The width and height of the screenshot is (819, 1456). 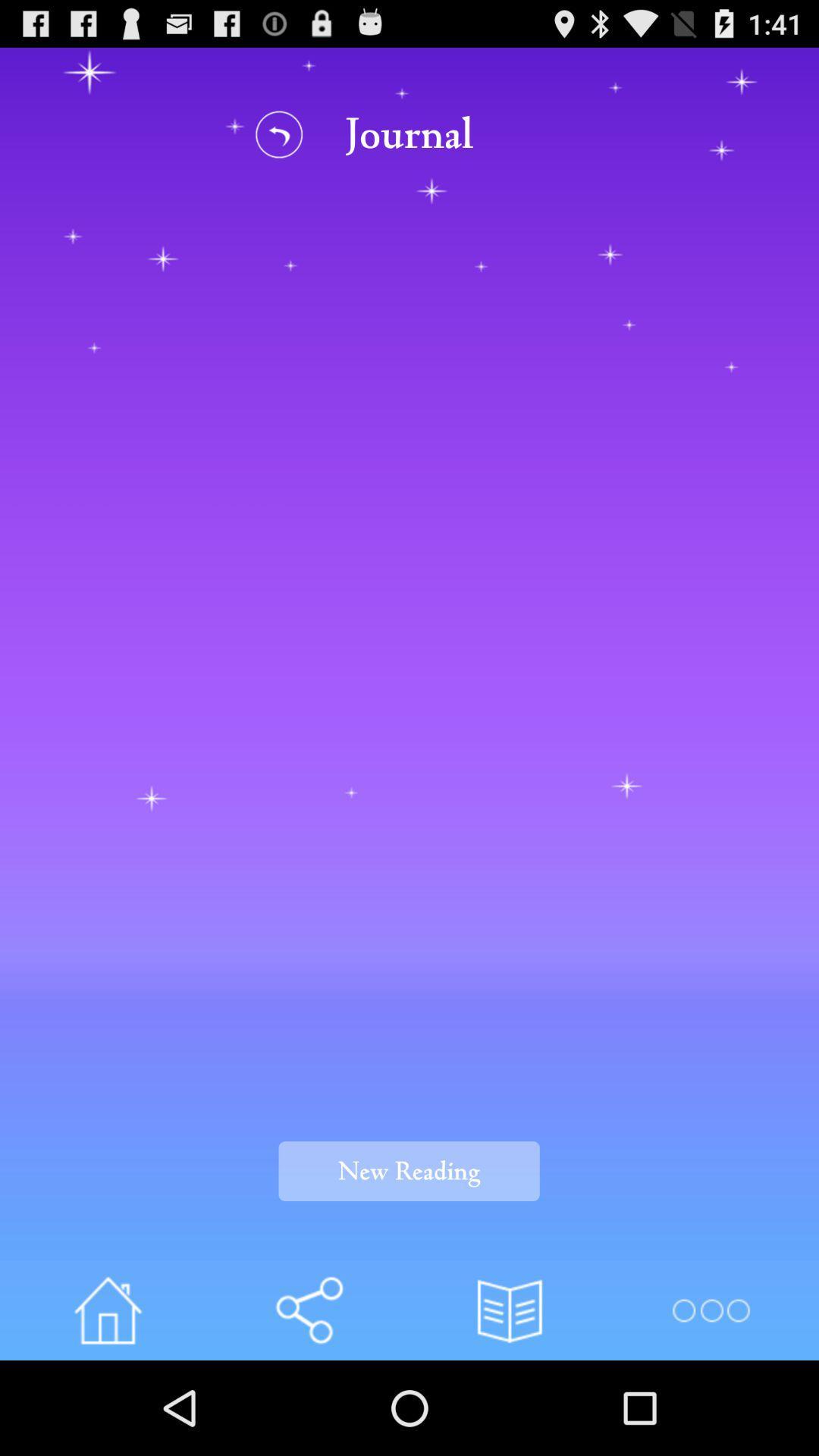 What do you see at coordinates (711, 1310) in the screenshot?
I see `application option` at bounding box center [711, 1310].